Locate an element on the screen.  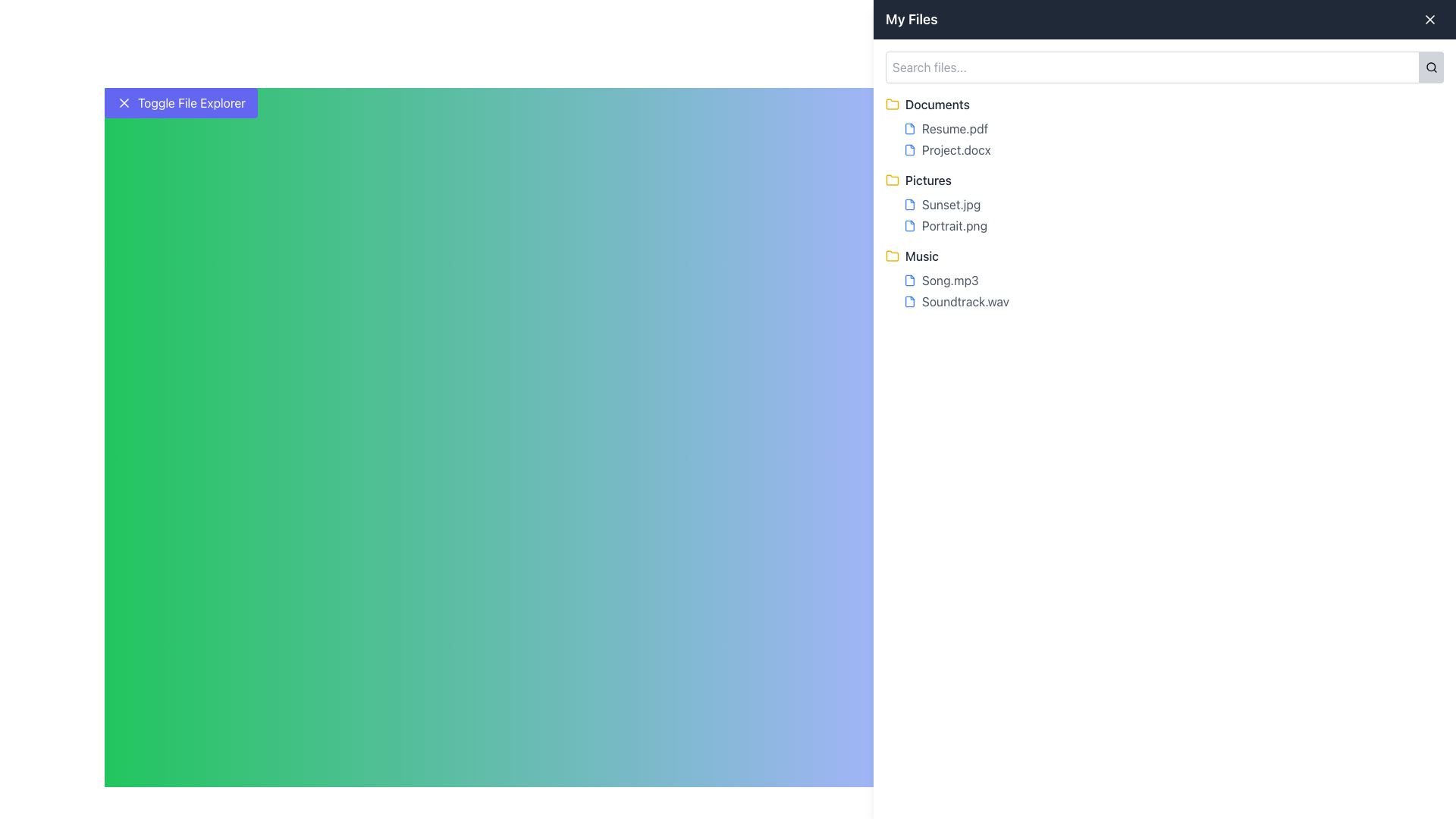
the file icon next to the filename 'Sunset.jpg' in the 'Pictures' folder is located at coordinates (910, 205).